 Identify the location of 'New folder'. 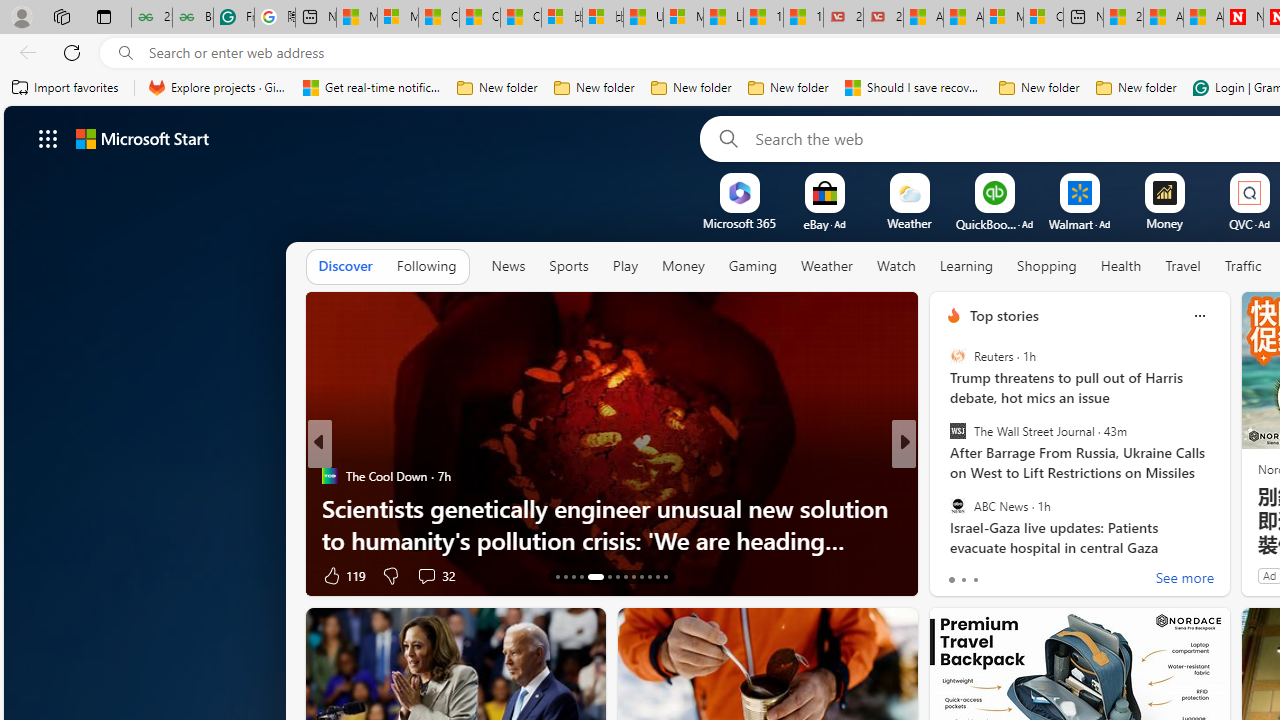
(1136, 87).